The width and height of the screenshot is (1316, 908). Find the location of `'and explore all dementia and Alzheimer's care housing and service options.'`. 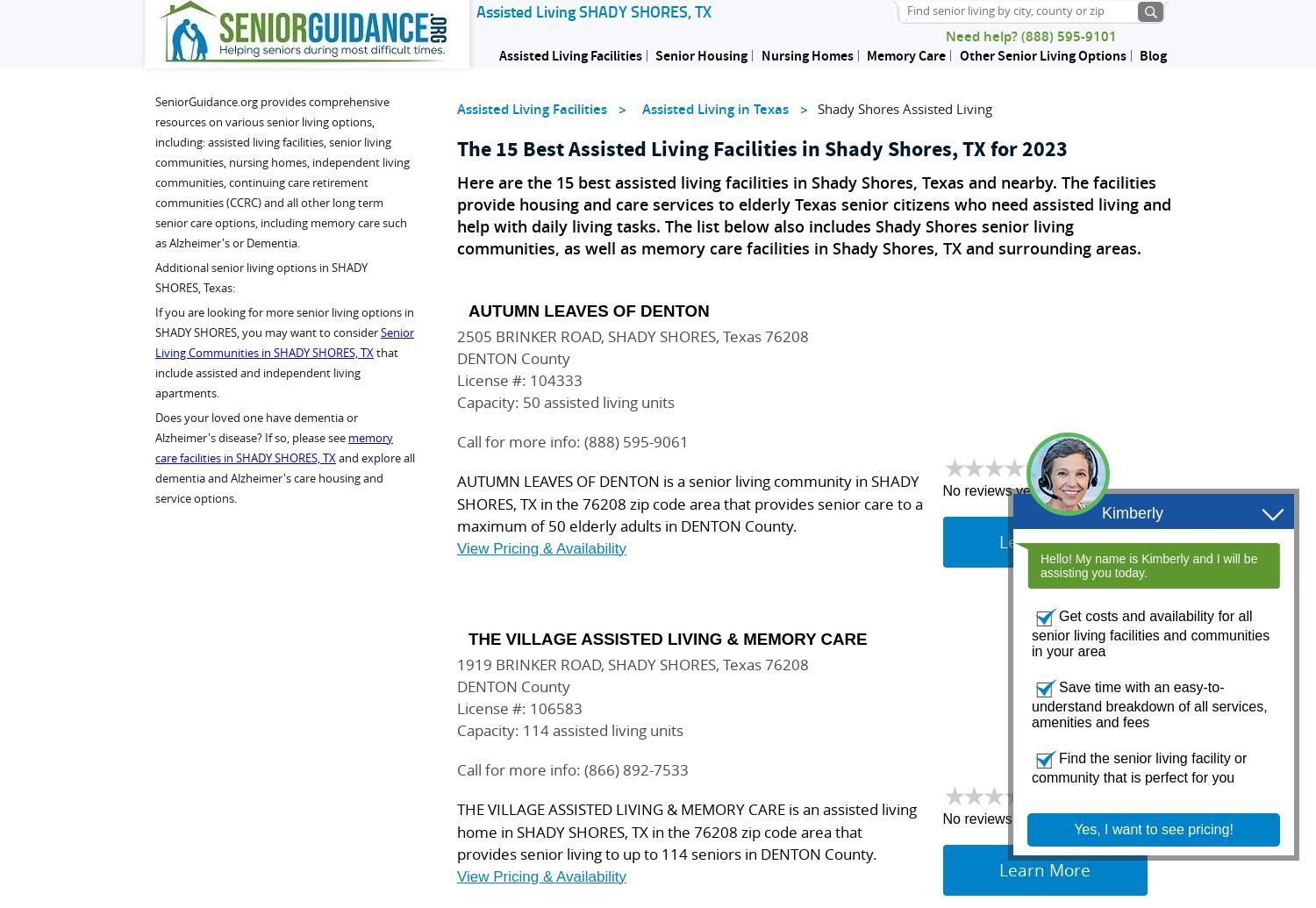

'and explore all dementia and Alzheimer's care housing and service options.' is located at coordinates (284, 477).